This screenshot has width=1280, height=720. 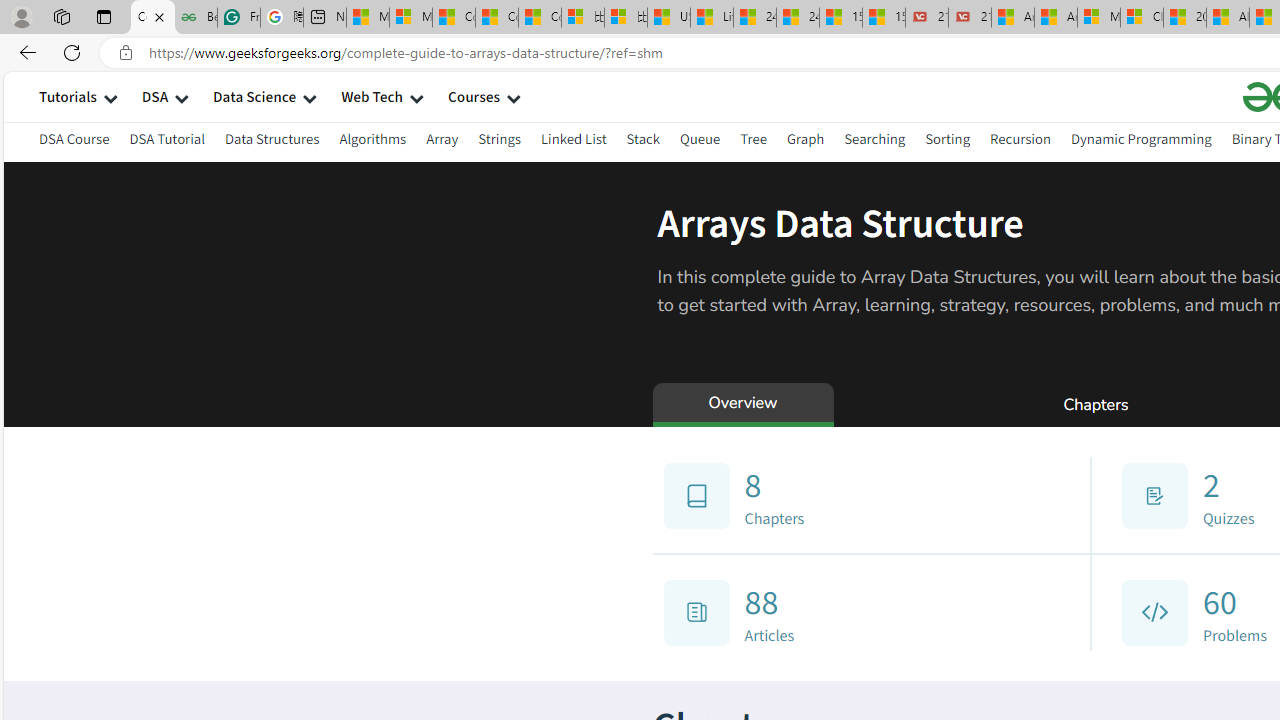 I want to click on 'Tutorials', so click(x=67, y=96).